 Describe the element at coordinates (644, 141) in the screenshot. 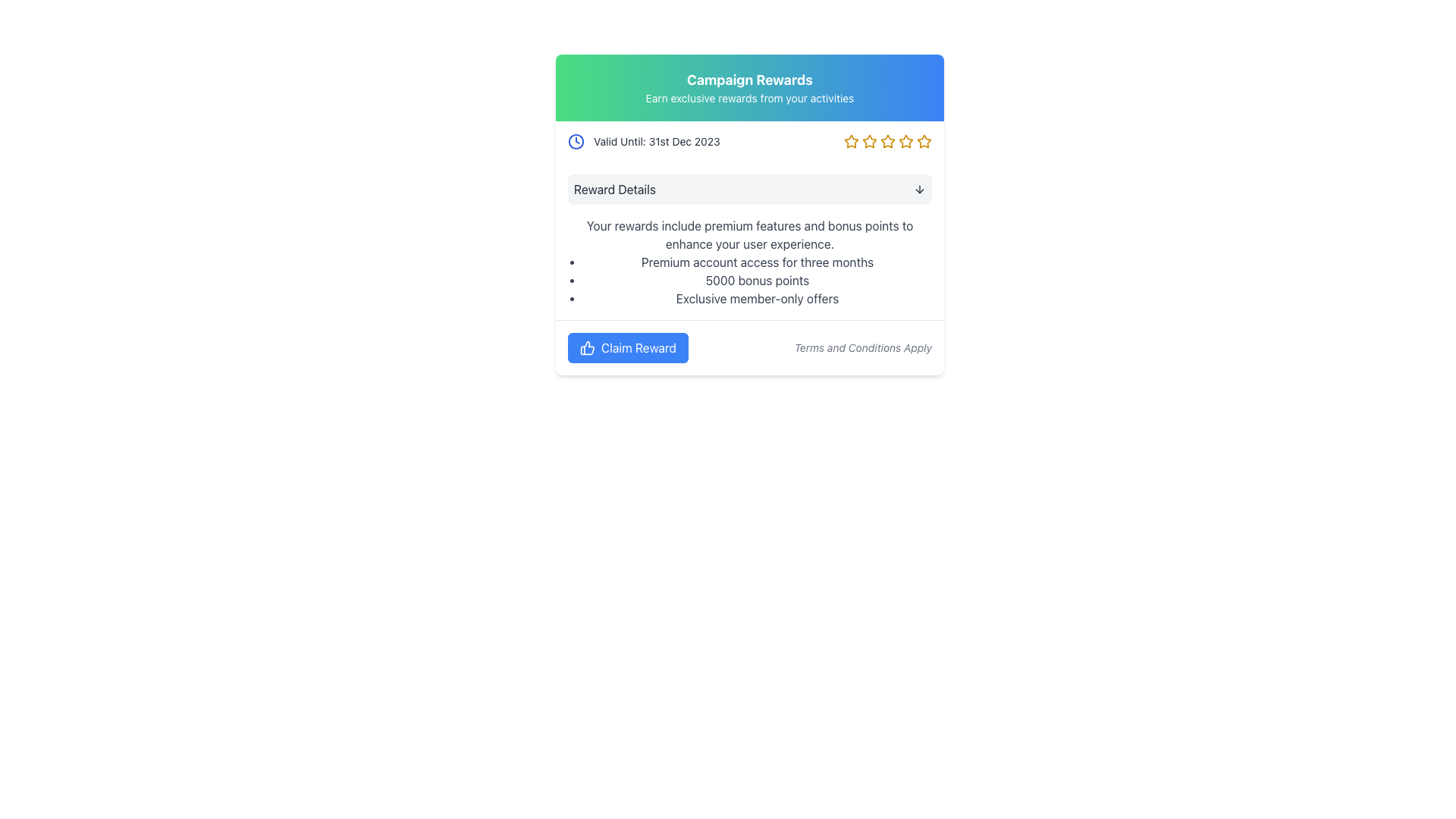

I see `text of the promotional offer validity period located in the header section of the promotional card layout, positioned on the left side adjacent to star icons` at that location.